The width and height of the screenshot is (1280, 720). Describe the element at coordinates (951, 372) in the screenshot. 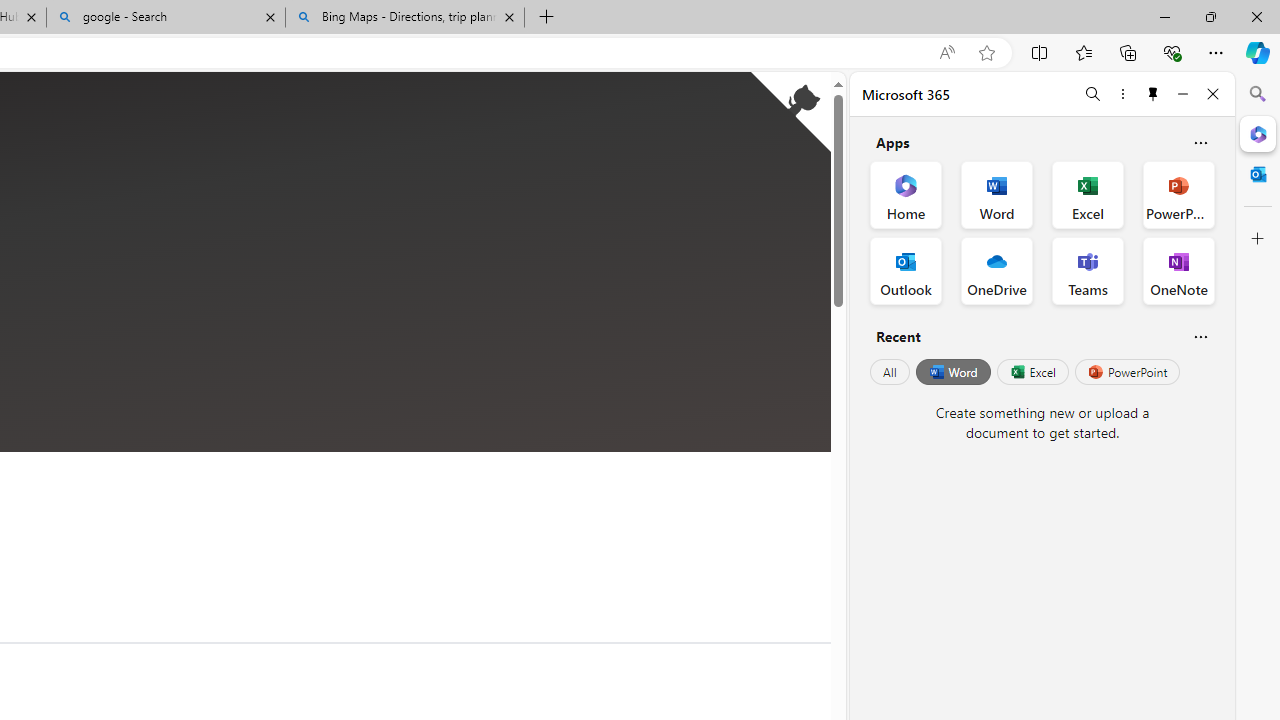

I see `'Word'` at that location.